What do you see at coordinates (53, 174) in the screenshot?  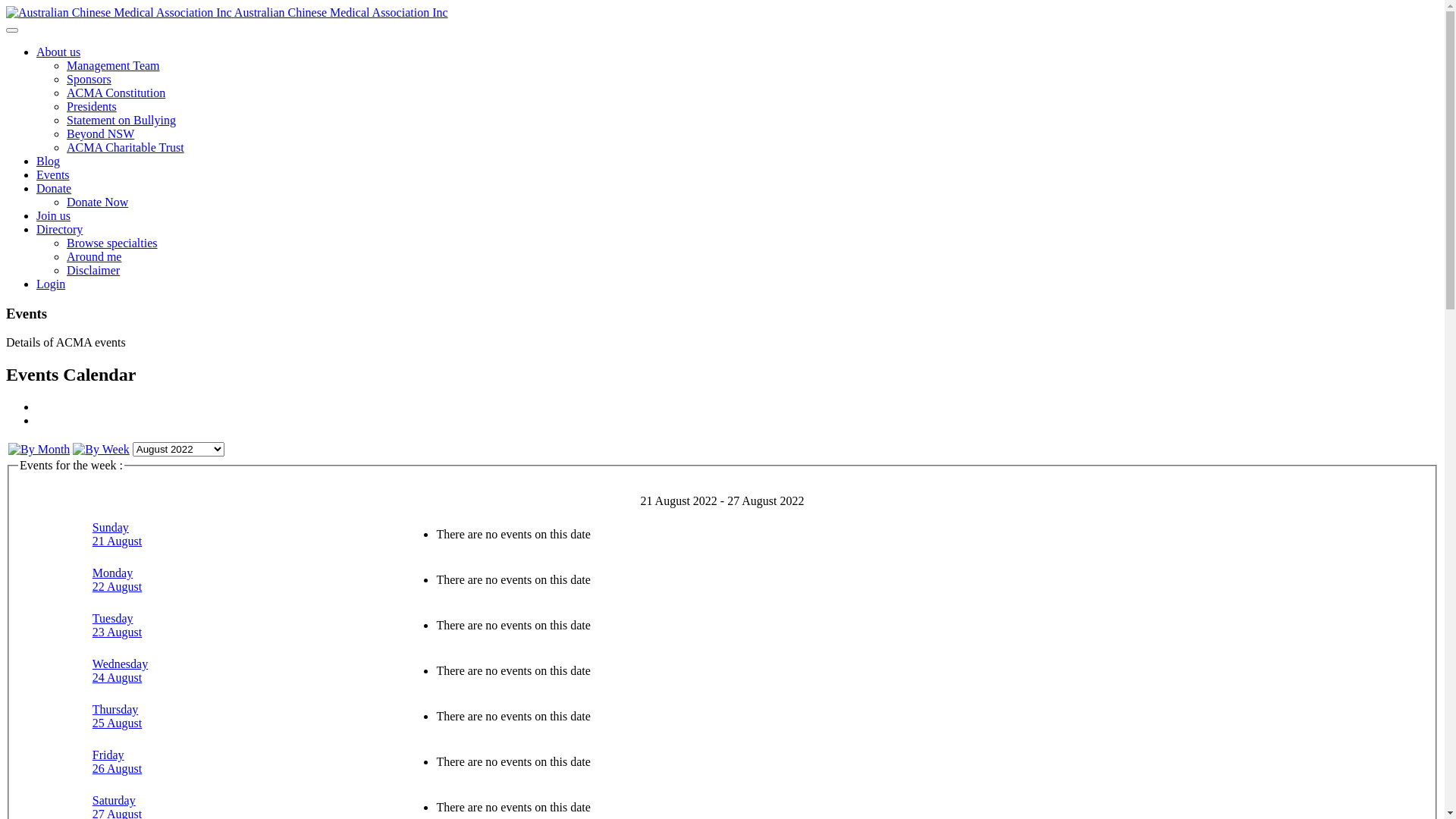 I see `'Events'` at bounding box center [53, 174].